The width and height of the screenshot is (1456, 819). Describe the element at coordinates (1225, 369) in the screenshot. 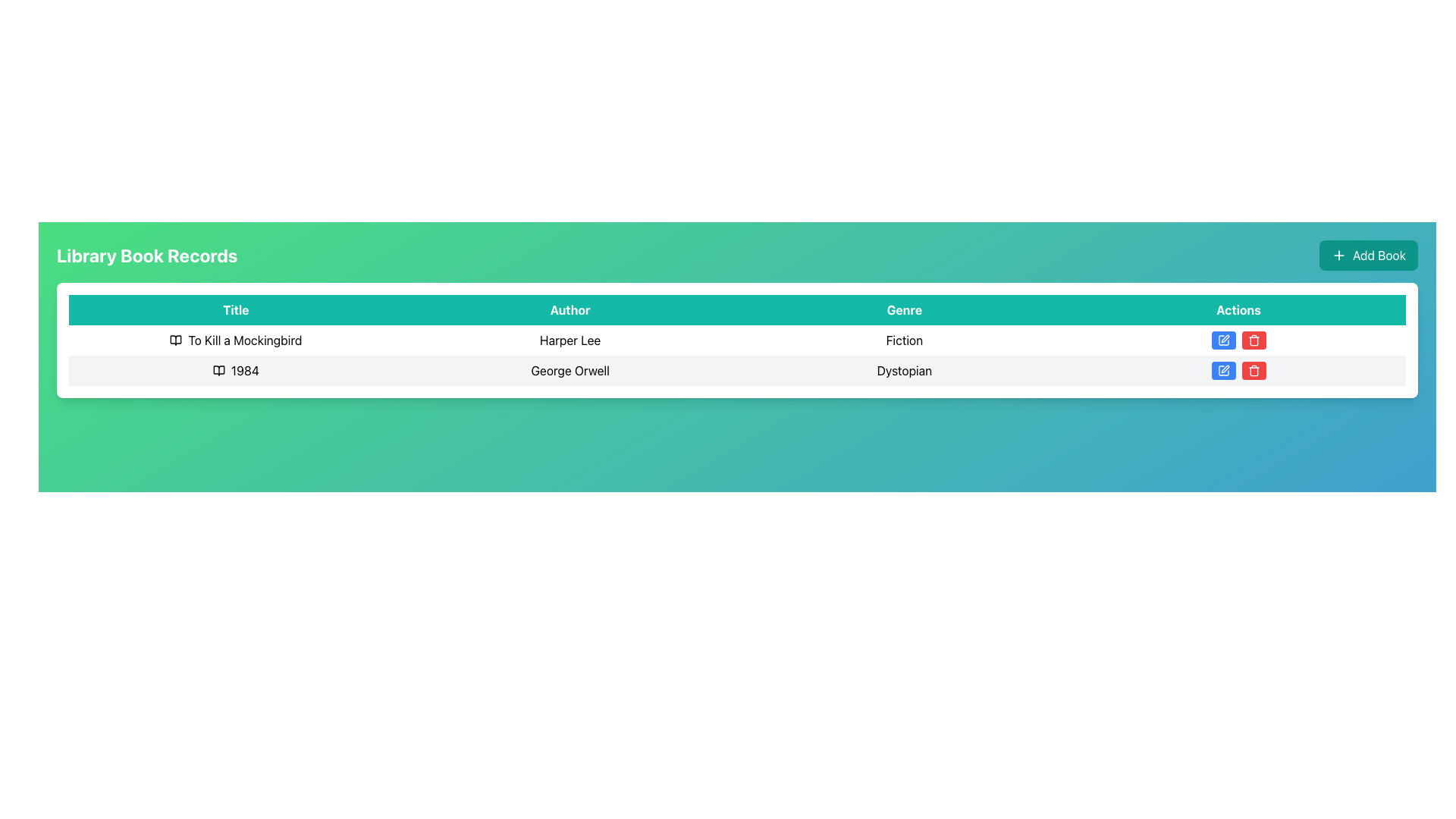

I see `the editing tool icon located in the 'Actions' column of the second row in the table` at that location.